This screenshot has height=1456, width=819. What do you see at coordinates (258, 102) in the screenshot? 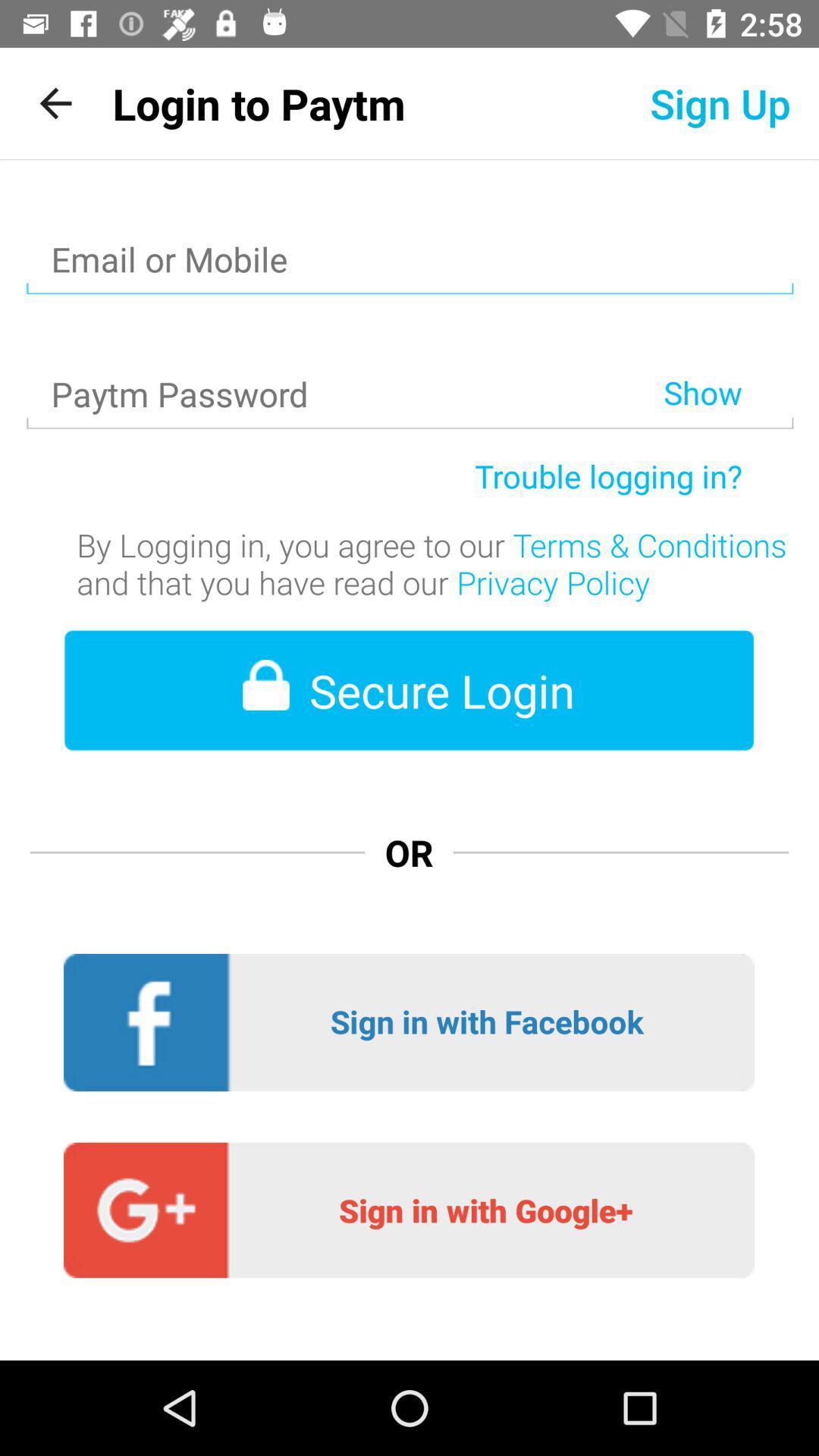
I see `login to paytm` at bounding box center [258, 102].